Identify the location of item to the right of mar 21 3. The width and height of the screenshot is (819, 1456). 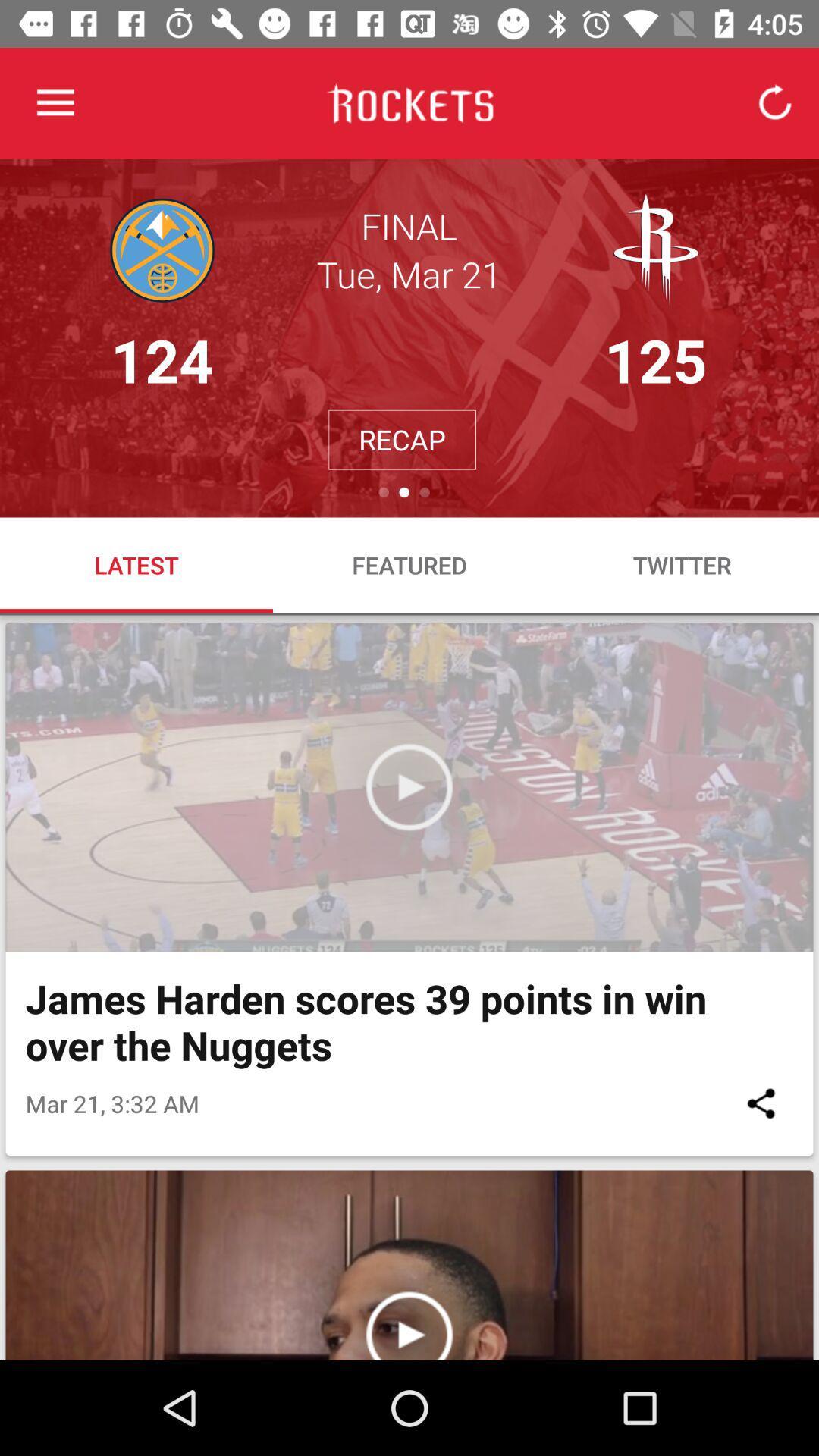
(761, 1103).